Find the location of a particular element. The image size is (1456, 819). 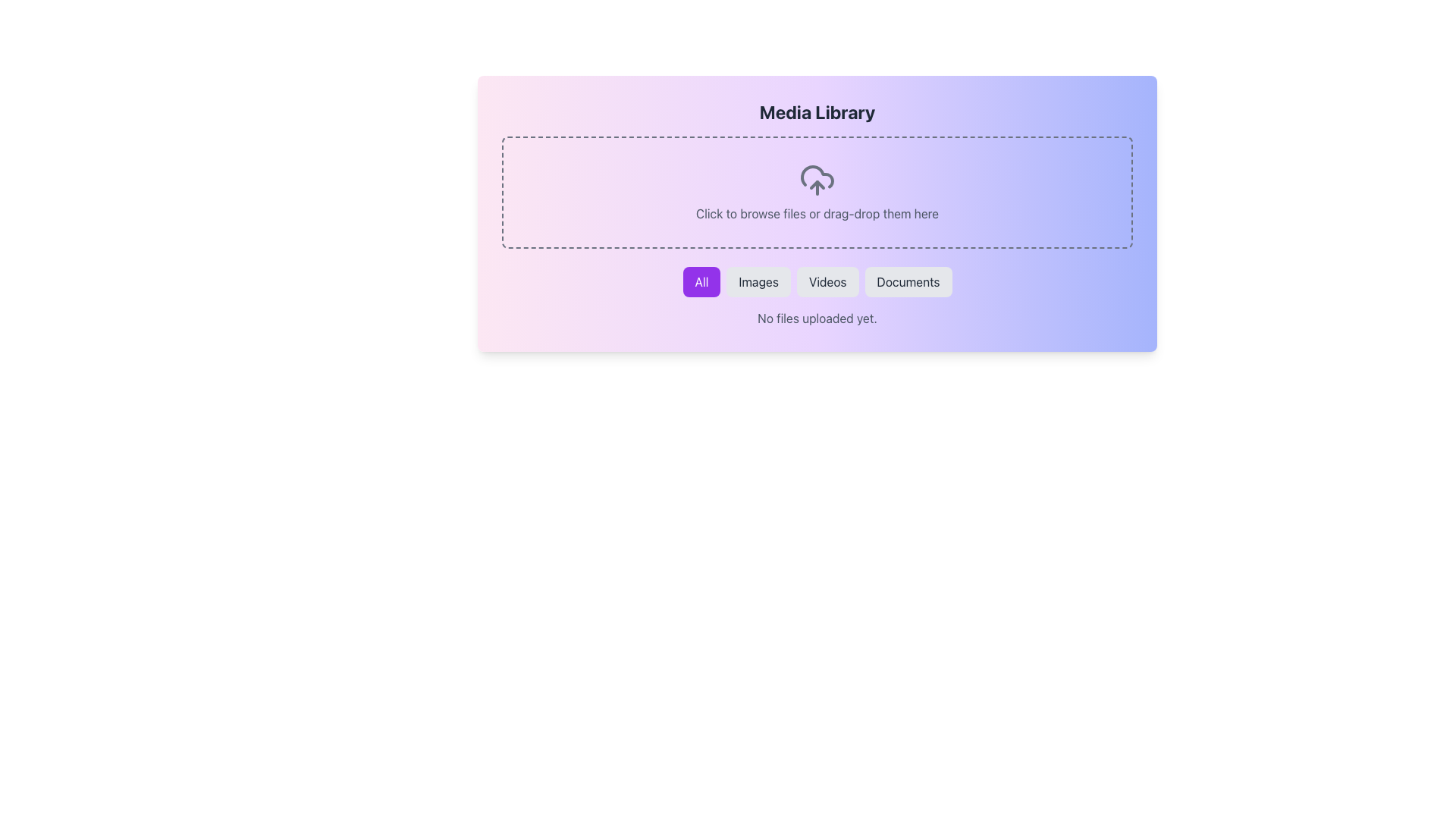

the 'All' button, which is a rectangular button with a purple background and white text, located in the bottom section of the Media Library interface is located at coordinates (701, 281).